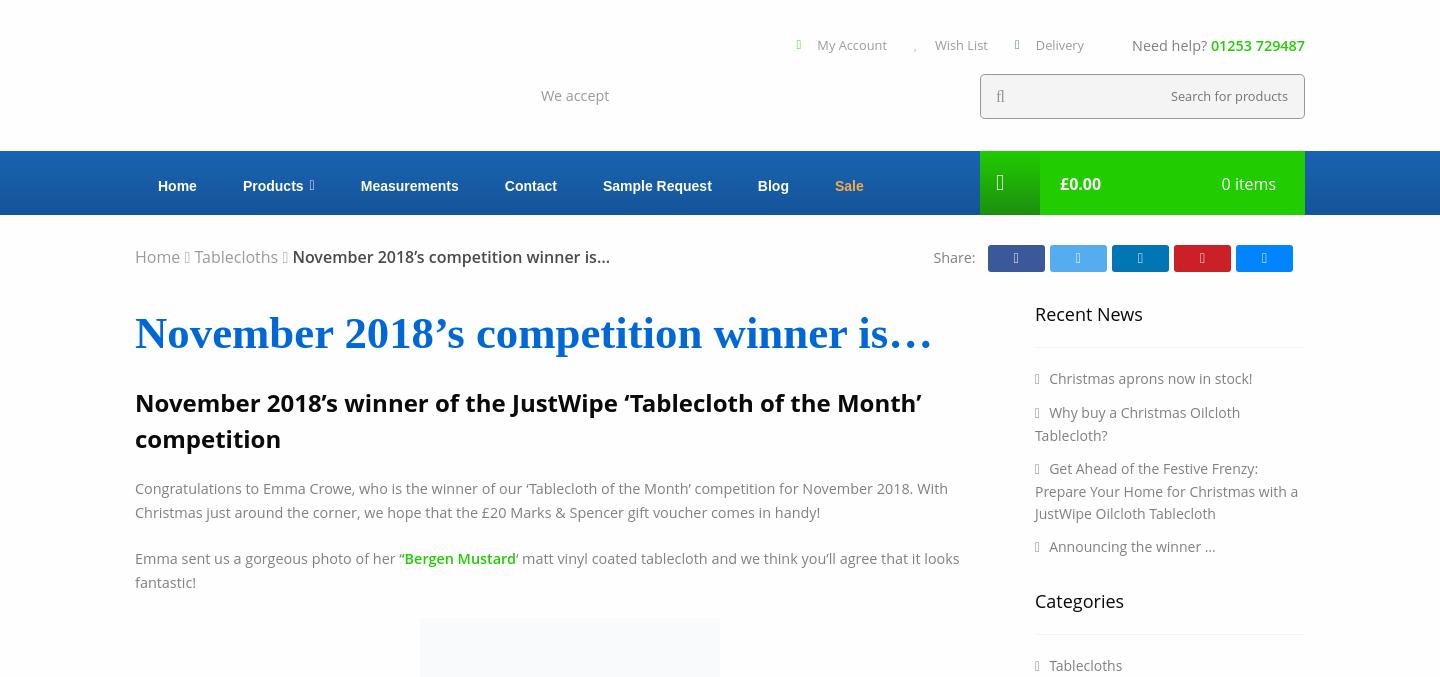  What do you see at coordinates (834, 184) in the screenshot?
I see `'Sale'` at bounding box center [834, 184].